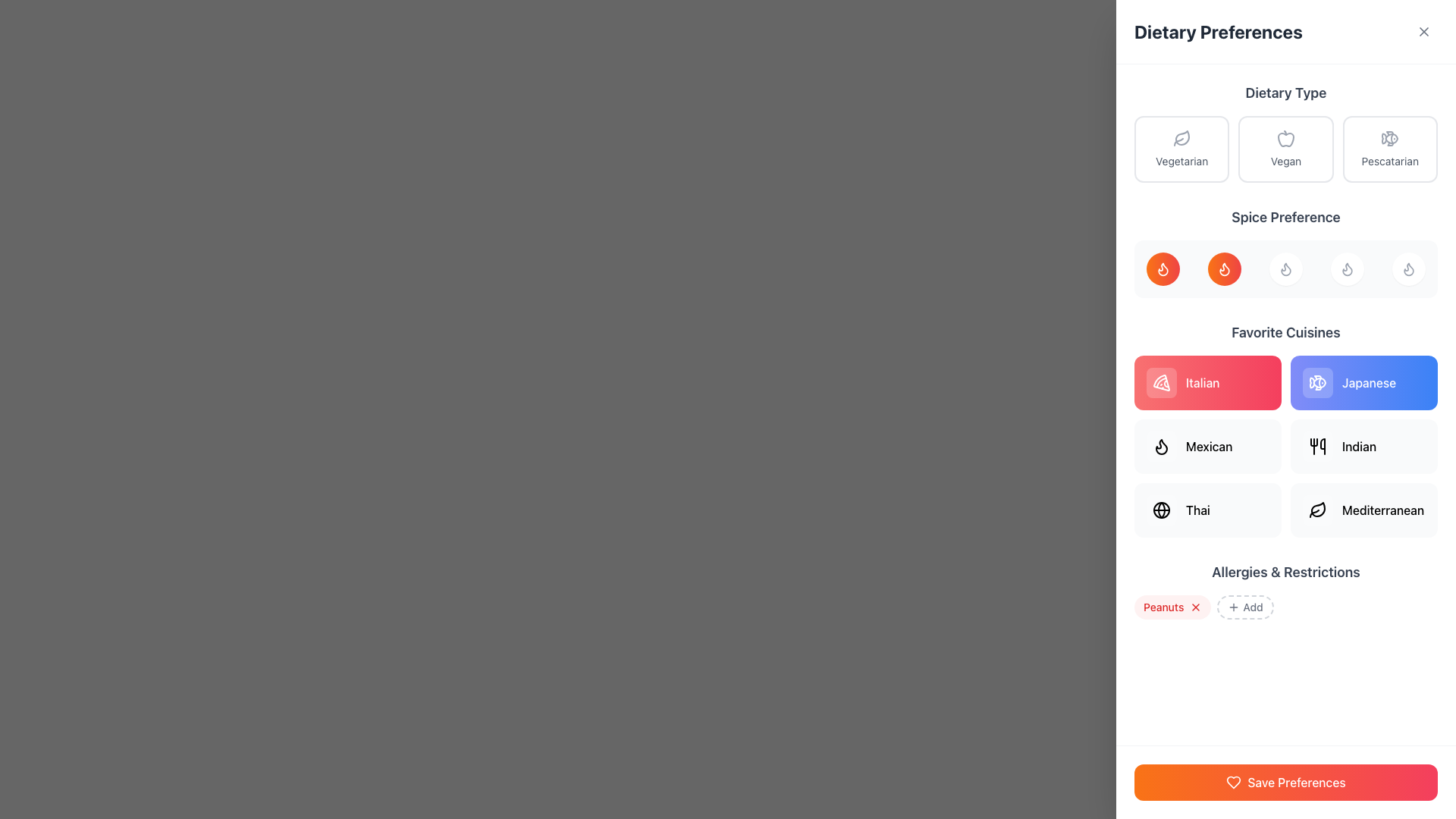 Image resolution: width=1456 pixels, height=819 pixels. Describe the element at coordinates (1201, 382) in the screenshot. I see `the 'Italian' button located in the 'Favorite Cuisines' section, which is styled with a medium weight font within a red rounded rectangle` at that location.